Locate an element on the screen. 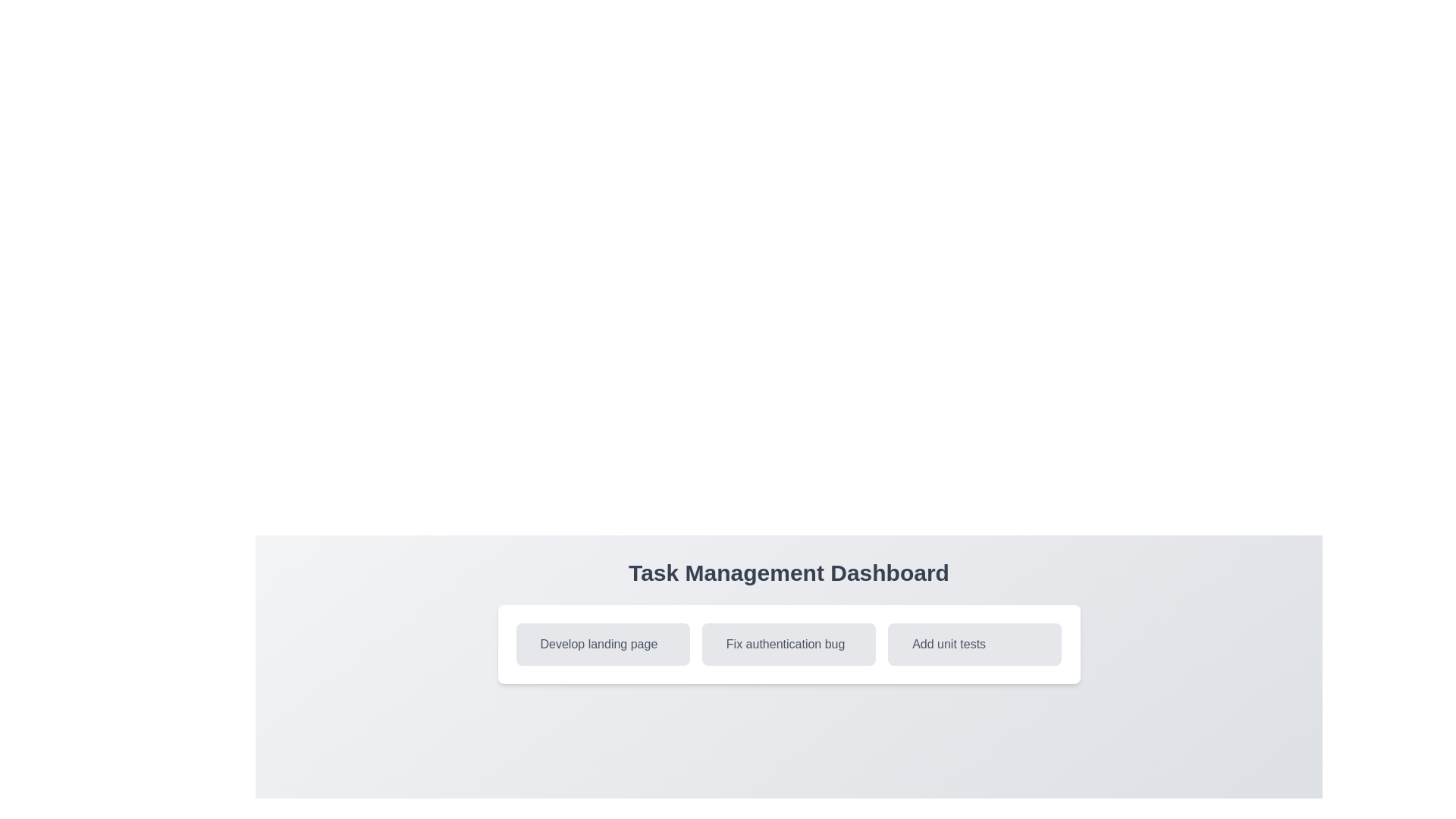 Image resolution: width=1456 pixels, height=819 pixels. the vertical rectangular segment of the SVG trash icon within the button labeled 'Add unit tests' is located at coordinates (910, 647).